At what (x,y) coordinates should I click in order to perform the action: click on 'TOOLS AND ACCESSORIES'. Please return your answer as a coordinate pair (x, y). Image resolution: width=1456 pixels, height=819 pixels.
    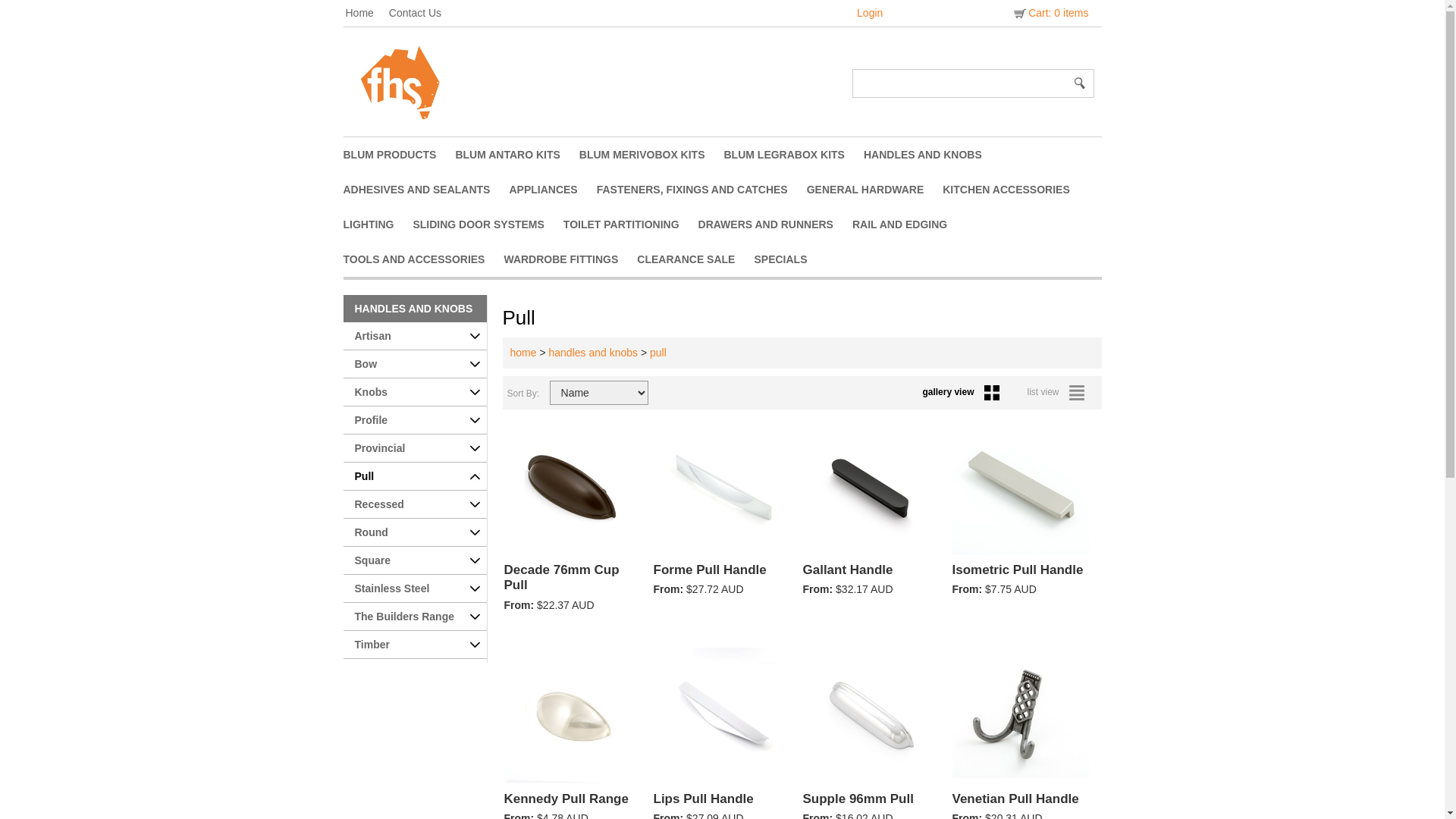
    Looking at the image, I should click on (422, 259).